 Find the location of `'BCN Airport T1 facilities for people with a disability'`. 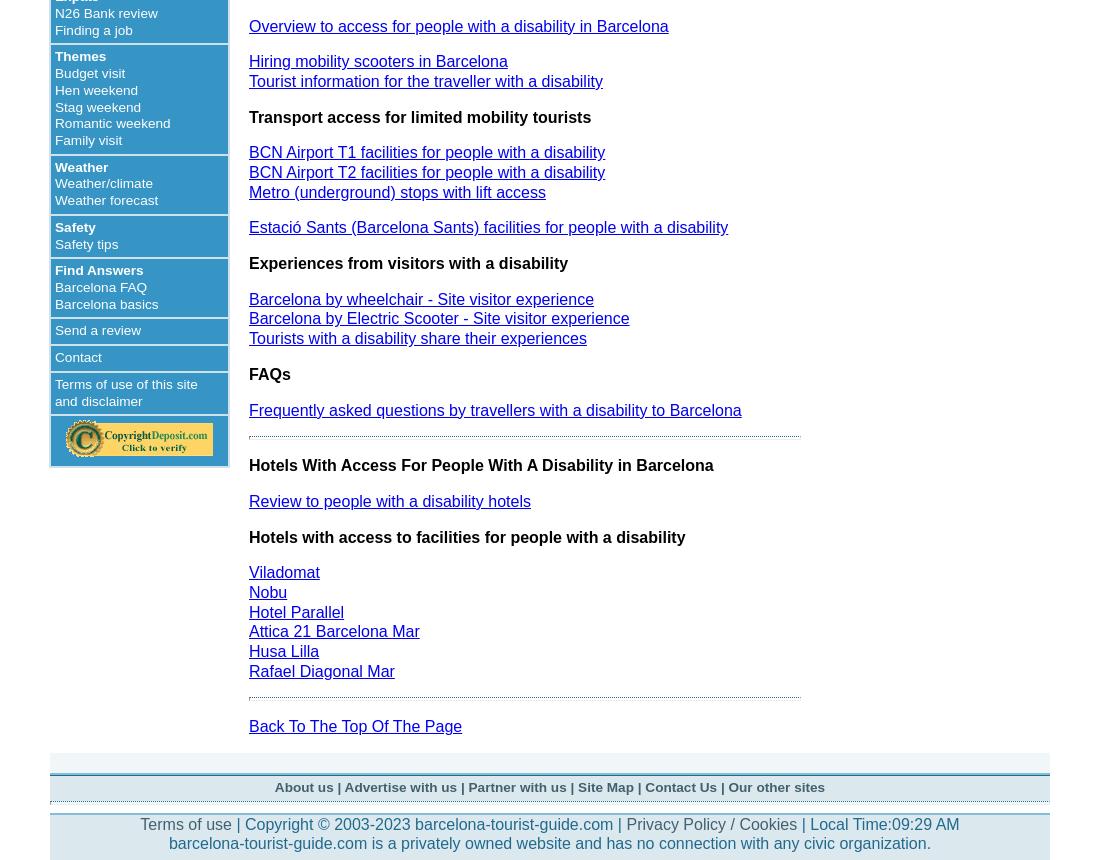

'BCN Airport T1 facilities for people with a disability' is located at coordinates (426, 152).